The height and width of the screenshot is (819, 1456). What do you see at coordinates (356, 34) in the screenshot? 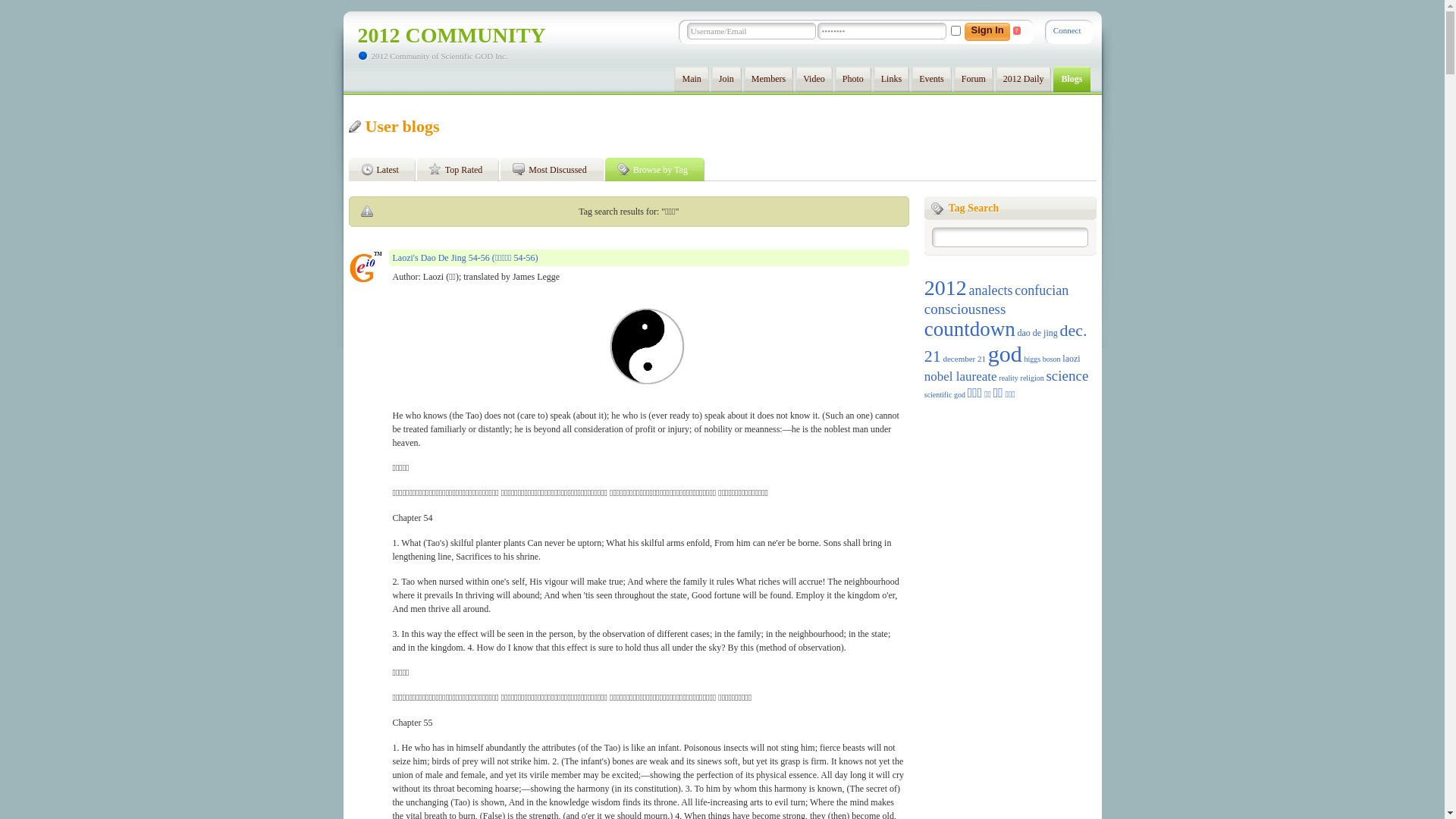
I see `'2012 COMMUNITY'` at bounding box center [356, 34].